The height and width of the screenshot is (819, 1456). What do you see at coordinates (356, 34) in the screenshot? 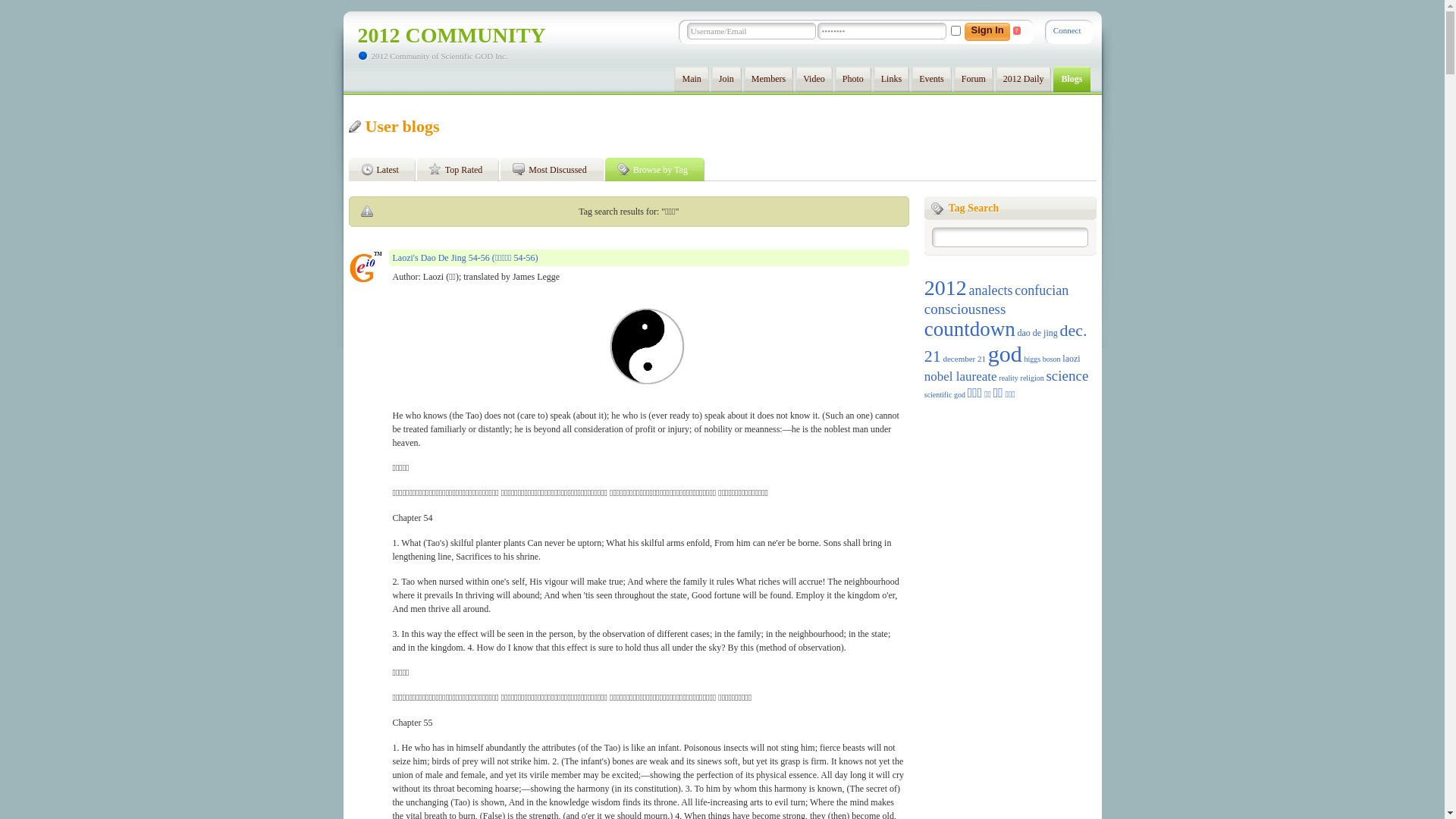
I see `'2012 COMMUNITY'` at bounding box center [356, 34].